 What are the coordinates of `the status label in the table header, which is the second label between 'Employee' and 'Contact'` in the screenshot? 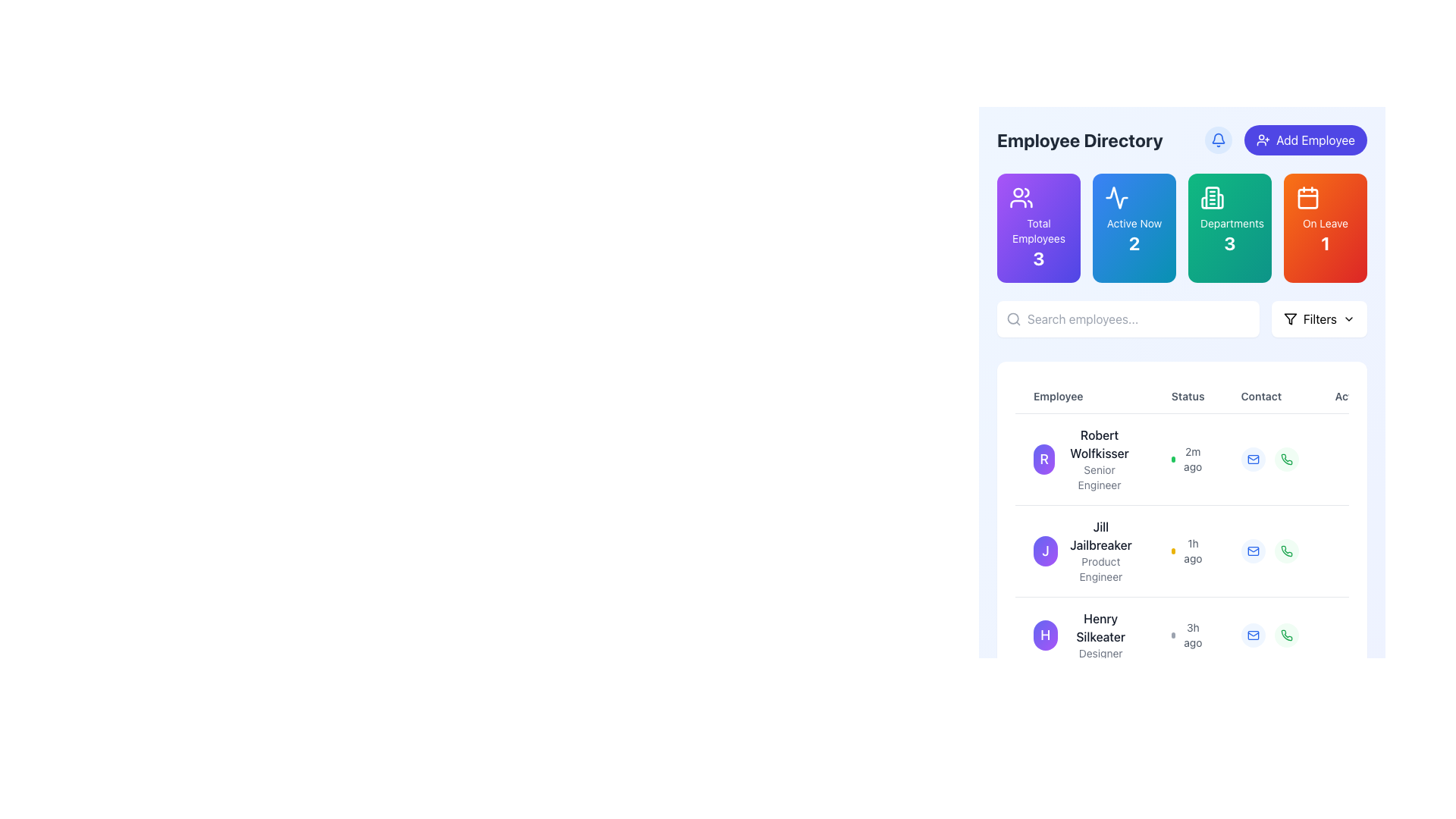 It's located at (1187, 396).